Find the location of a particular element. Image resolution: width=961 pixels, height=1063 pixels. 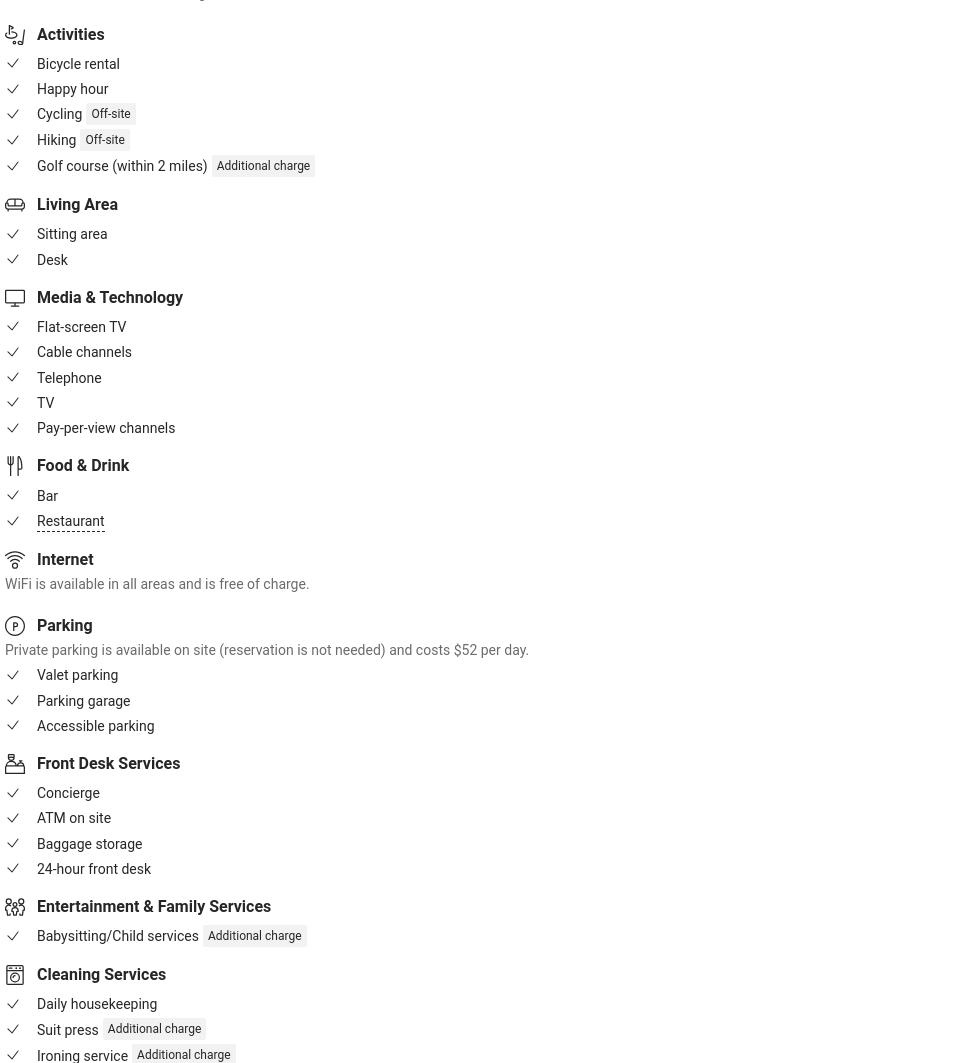

'WiFi is available in all areas and is free of charge.' is located at coordinates (156, 581).